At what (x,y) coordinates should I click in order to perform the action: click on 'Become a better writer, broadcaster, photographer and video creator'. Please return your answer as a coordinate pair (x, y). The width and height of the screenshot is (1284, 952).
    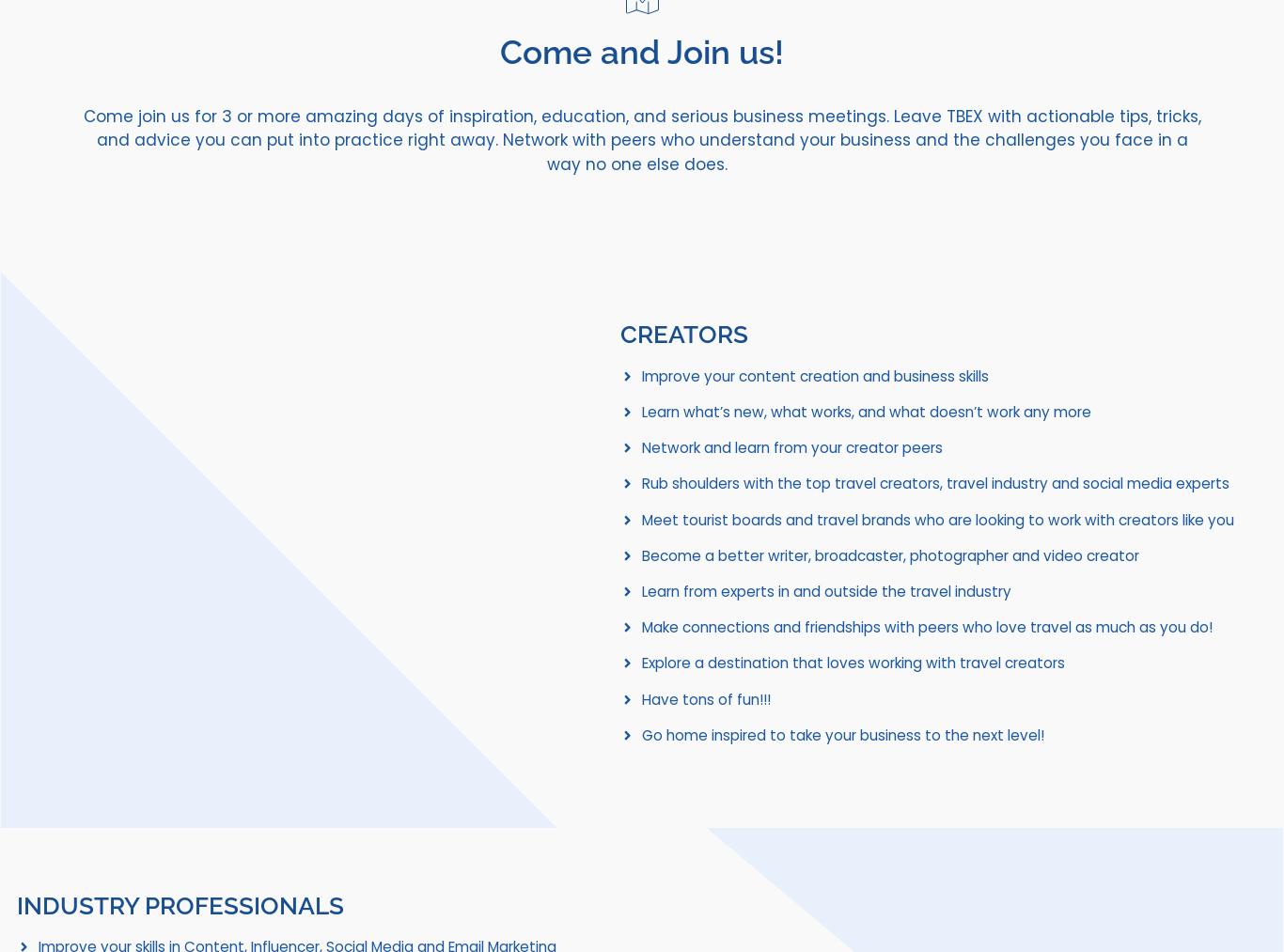
    Looking at the image, I should click on (890, 554).